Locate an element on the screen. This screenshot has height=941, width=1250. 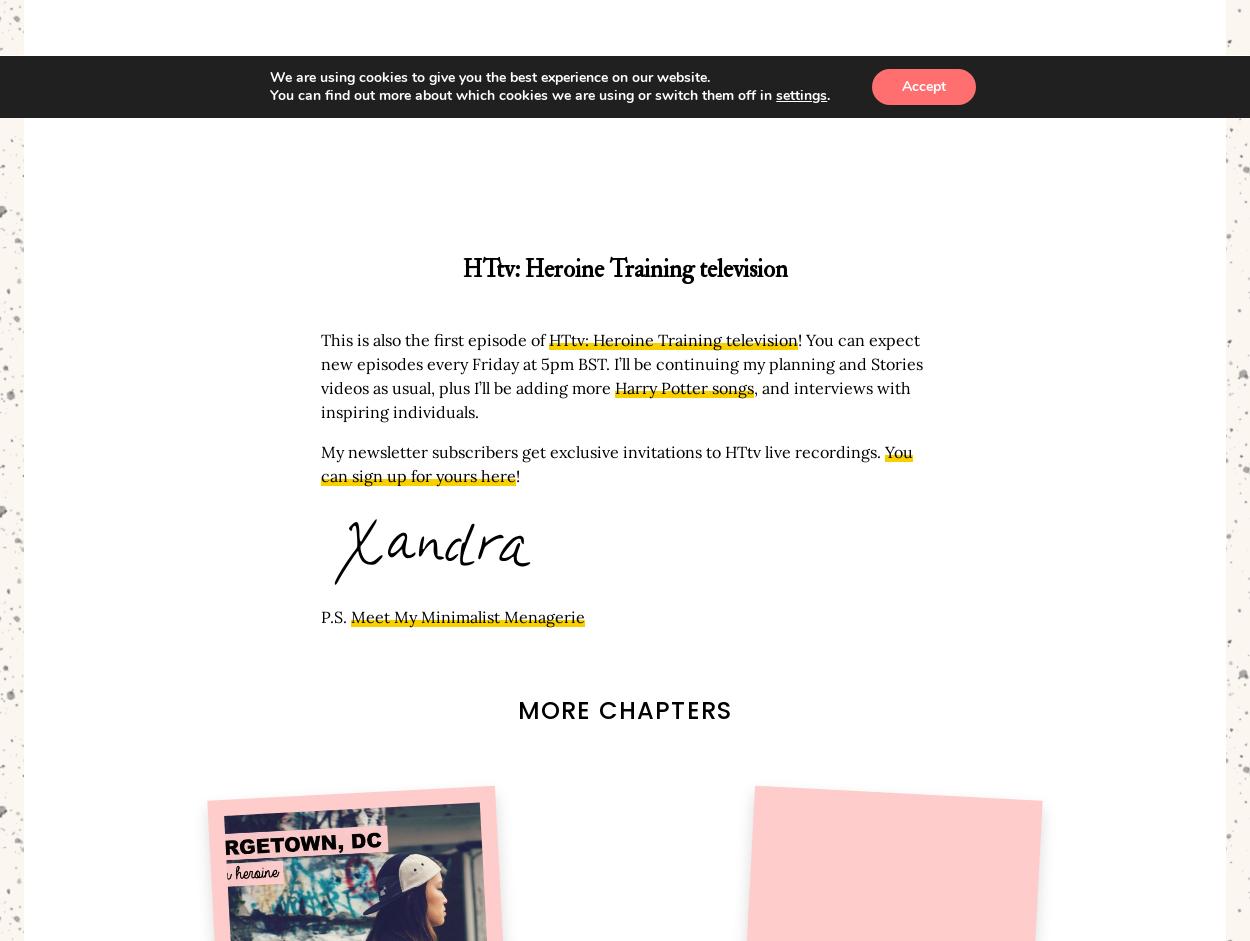
'P.S.' is located at coordinates (335, 617).